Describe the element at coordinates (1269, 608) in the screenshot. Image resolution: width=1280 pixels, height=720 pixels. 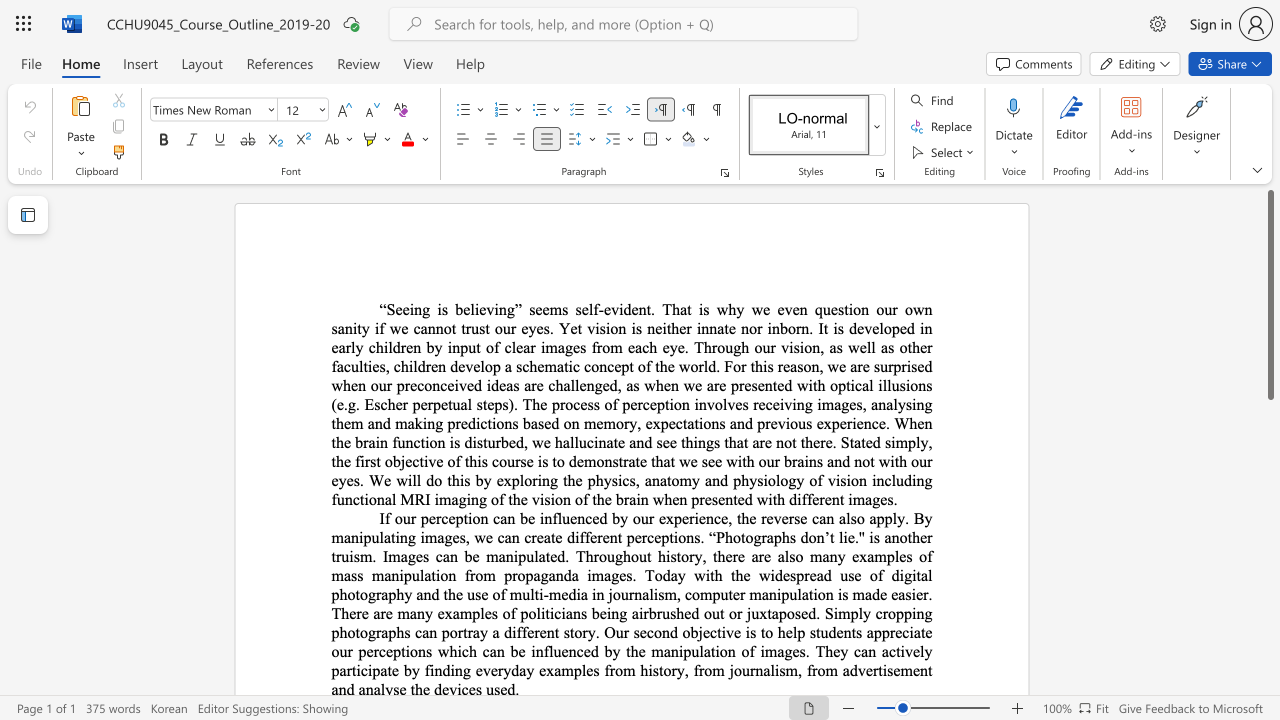
I see `the vertical scrollbar to lower the page content` at that location.